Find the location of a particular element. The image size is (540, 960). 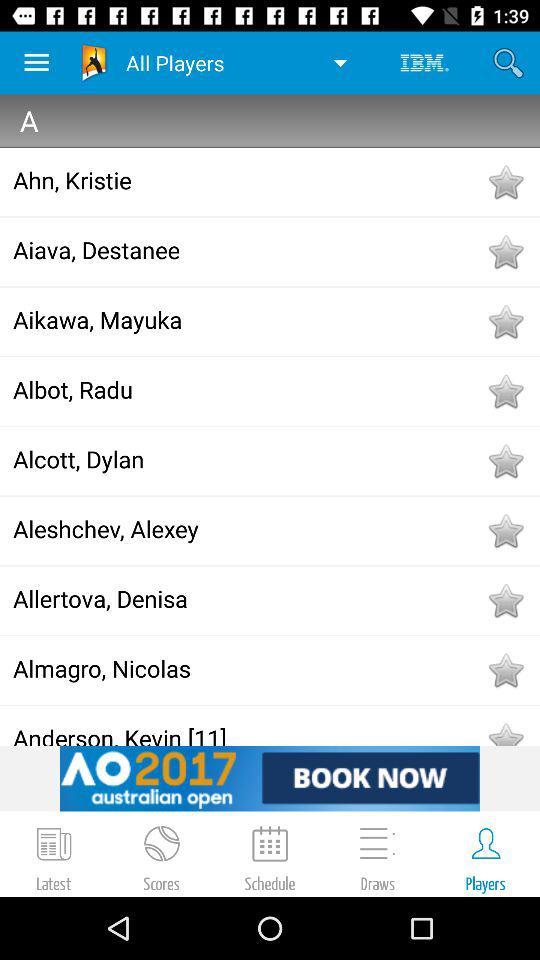

allertova, denisa icon is located at coordinates (248, 598).